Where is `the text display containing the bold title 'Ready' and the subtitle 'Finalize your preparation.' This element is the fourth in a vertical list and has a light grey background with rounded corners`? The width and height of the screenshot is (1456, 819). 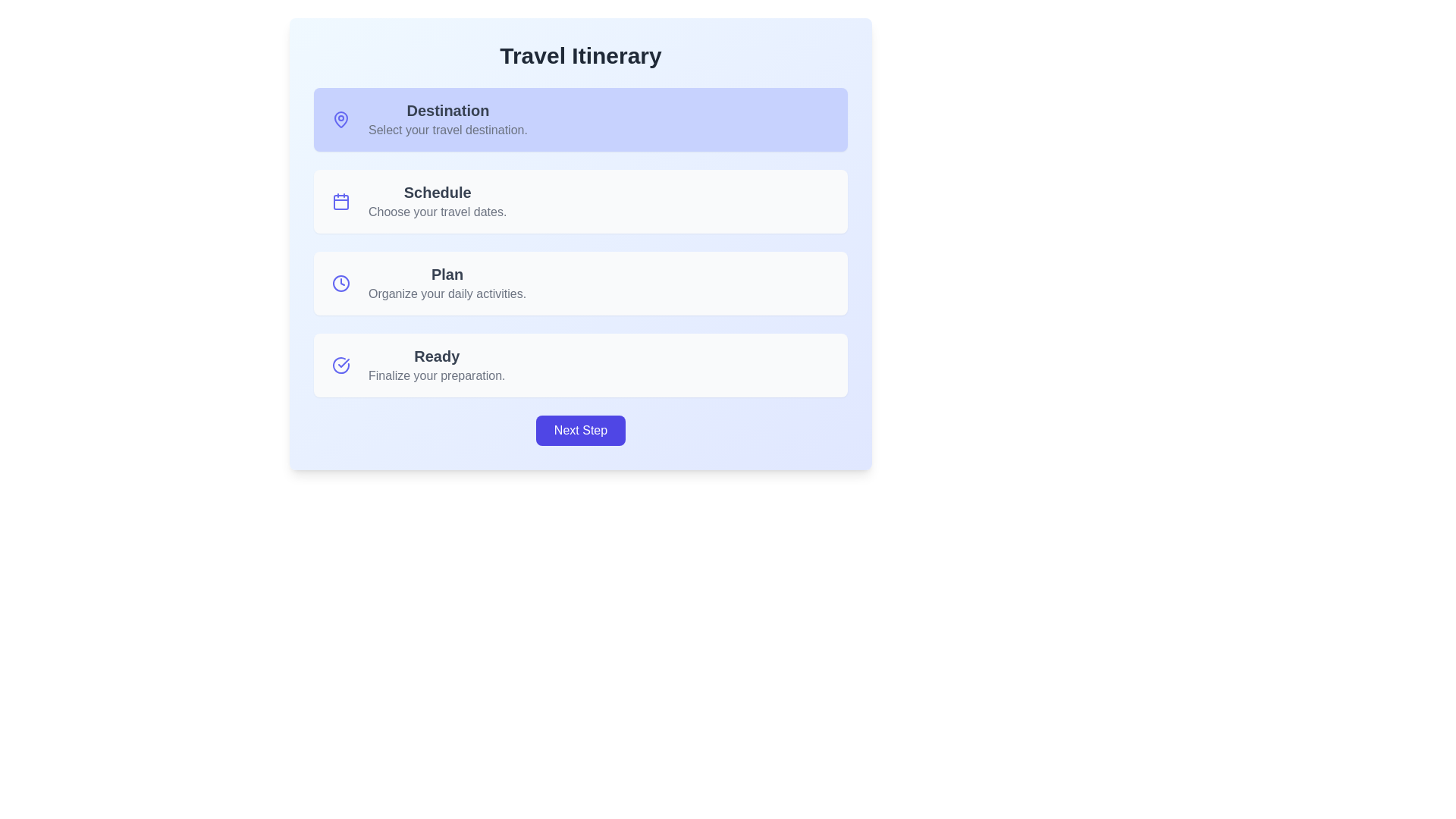
the text display containing the bold title 'Ready' and the subtitle 'Finalize your preparation.' This element is the fourth in a vertical list and has a light grey background with rounded corners is located at coordinates (436, 366).